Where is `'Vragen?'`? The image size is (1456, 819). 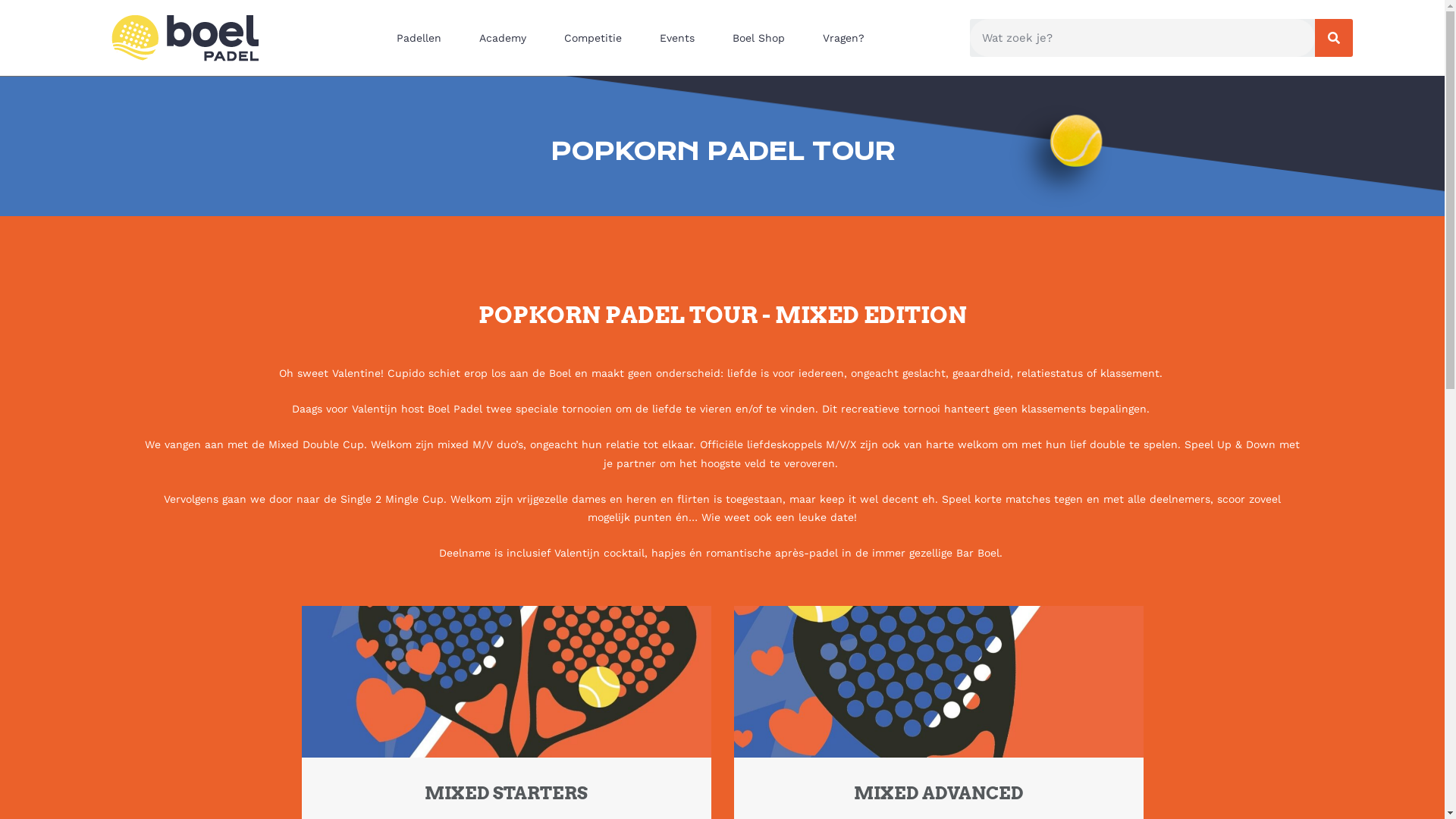 'Vragen?' is located at coordinates (846, 37).